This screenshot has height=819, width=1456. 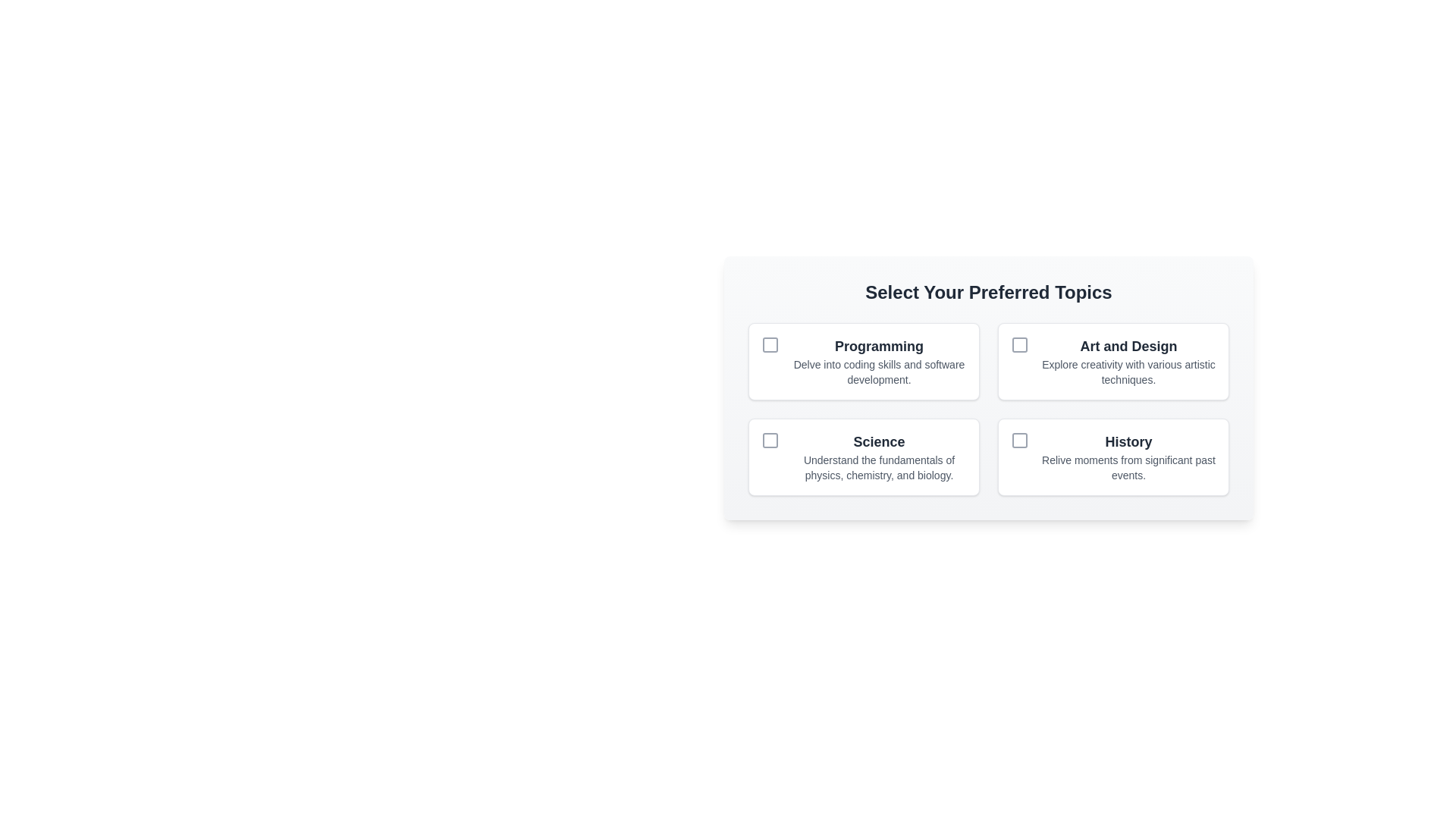 I want to click on the title label 'Art and Design' which is styled in bold, large font and located at the top-center of its card in the upper-right quadrant of the grid, so click(x=1128, y=346).